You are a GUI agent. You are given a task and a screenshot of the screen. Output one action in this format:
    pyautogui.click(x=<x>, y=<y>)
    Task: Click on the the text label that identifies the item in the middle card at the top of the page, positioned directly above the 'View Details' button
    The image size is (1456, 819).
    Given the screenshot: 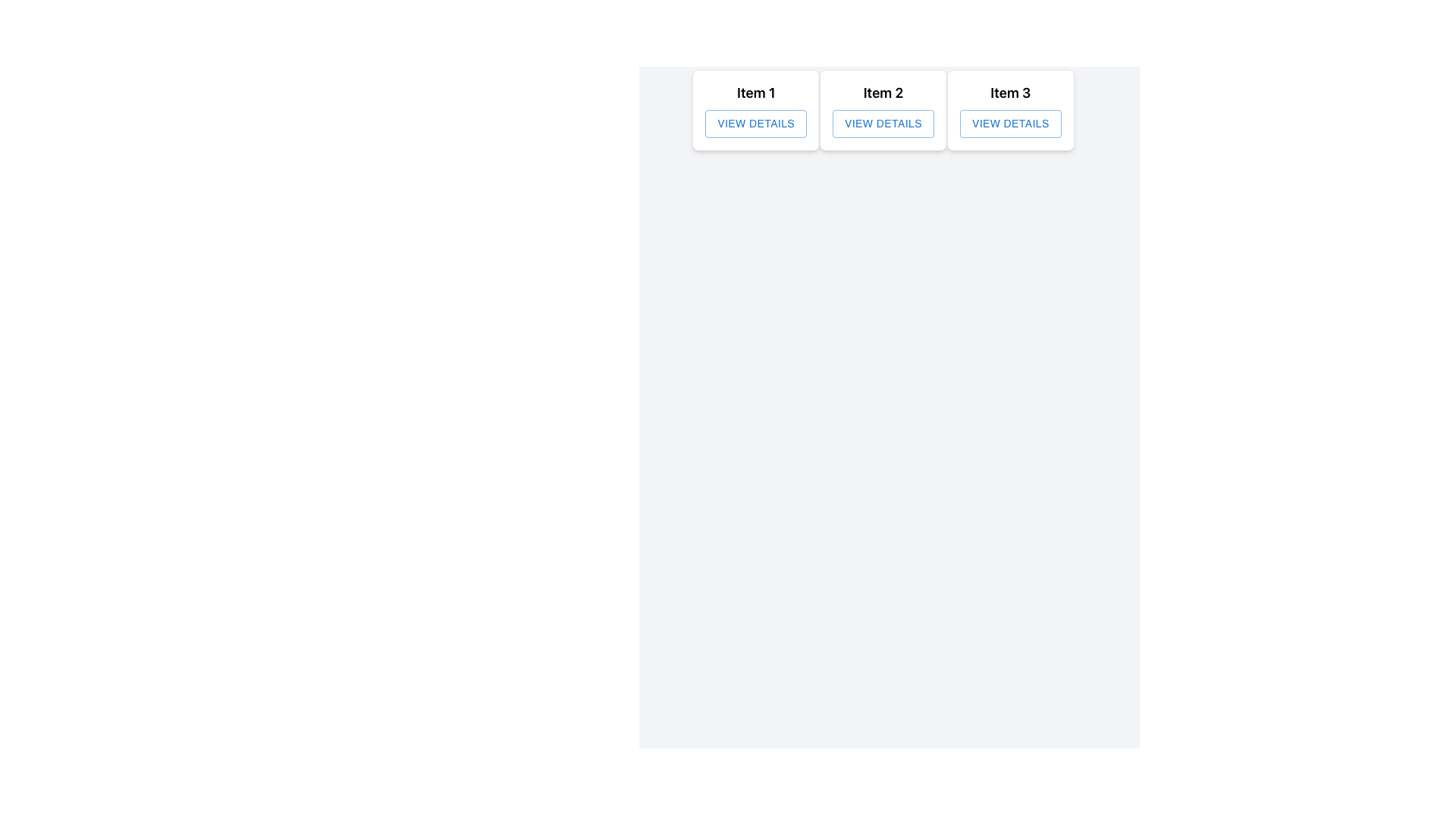 What is the action you would take?
    pyautogui.click(x=883, y=93)
    